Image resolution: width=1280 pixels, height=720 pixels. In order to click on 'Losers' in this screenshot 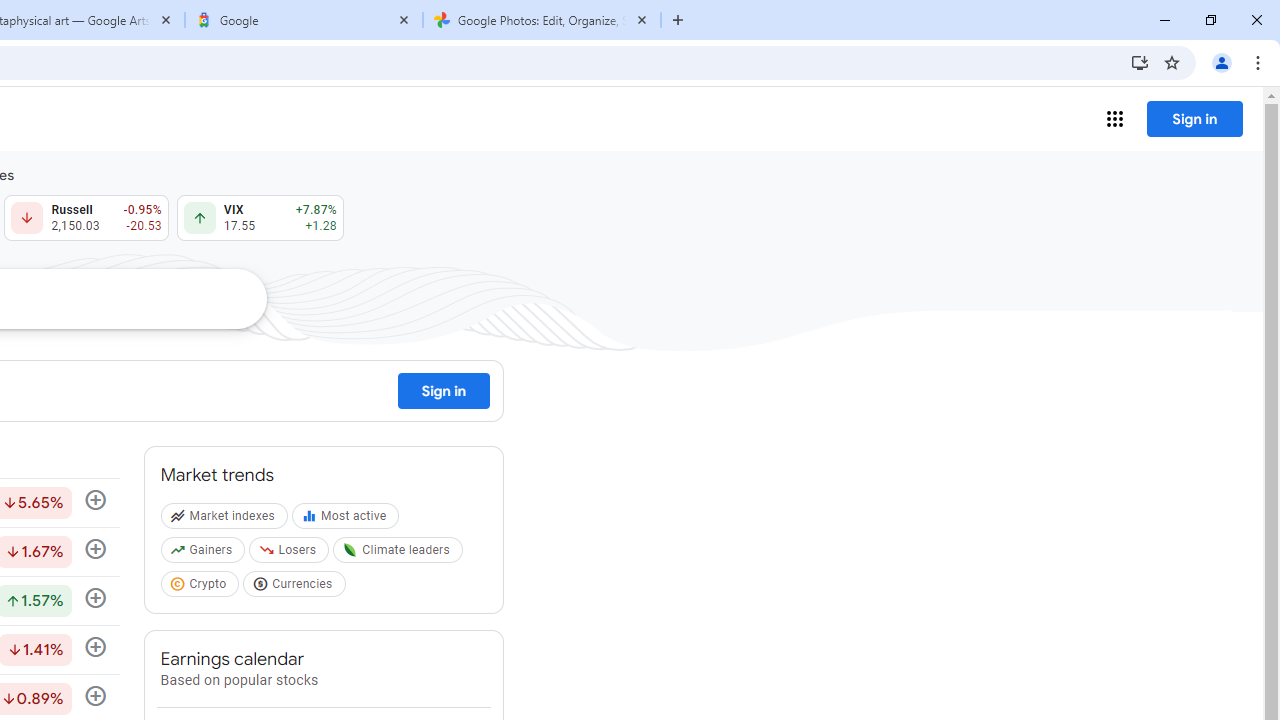, I will do `click(290, 554)`.